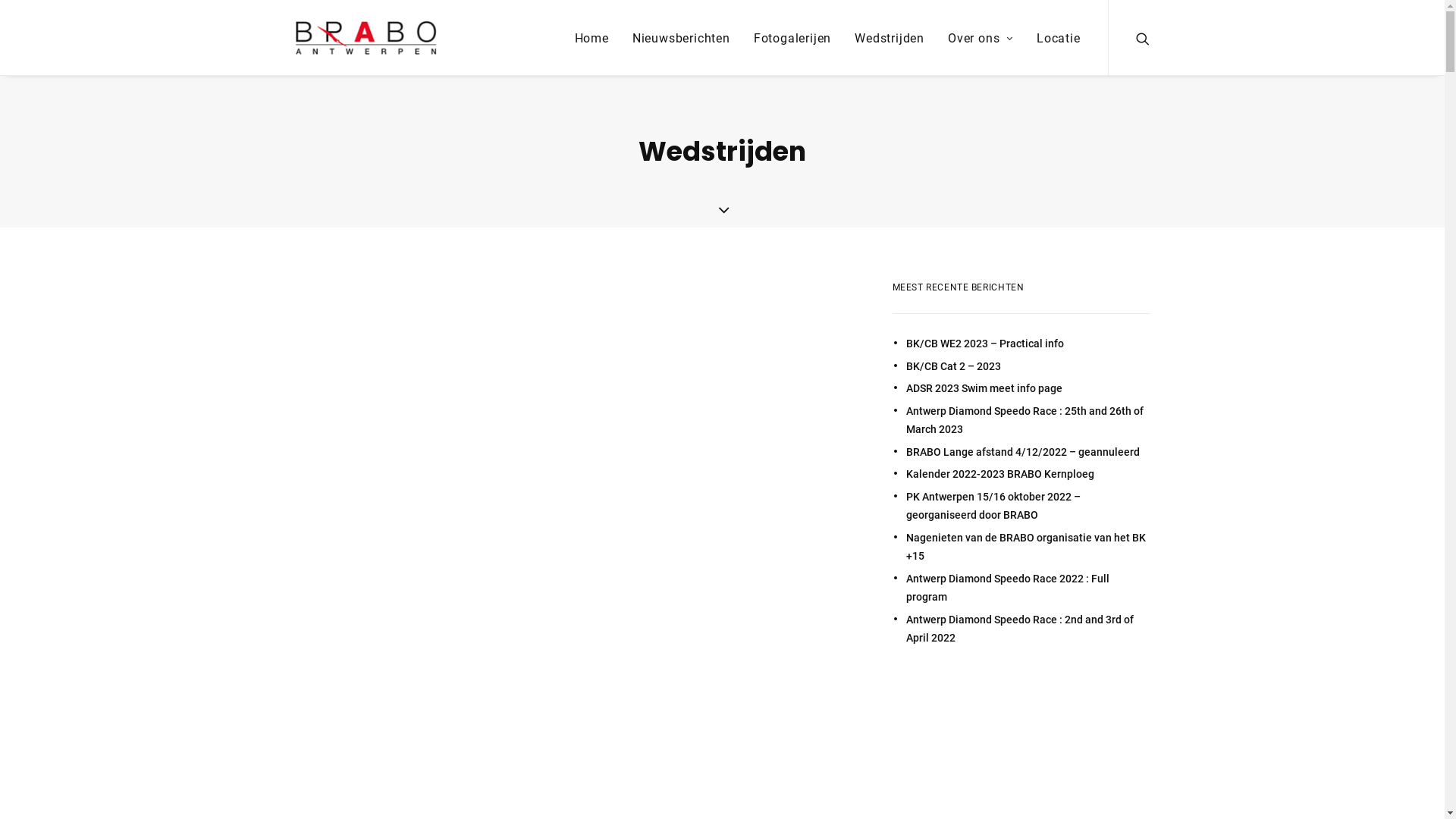  I want to click on 'Locatie', so click(1052, 36).